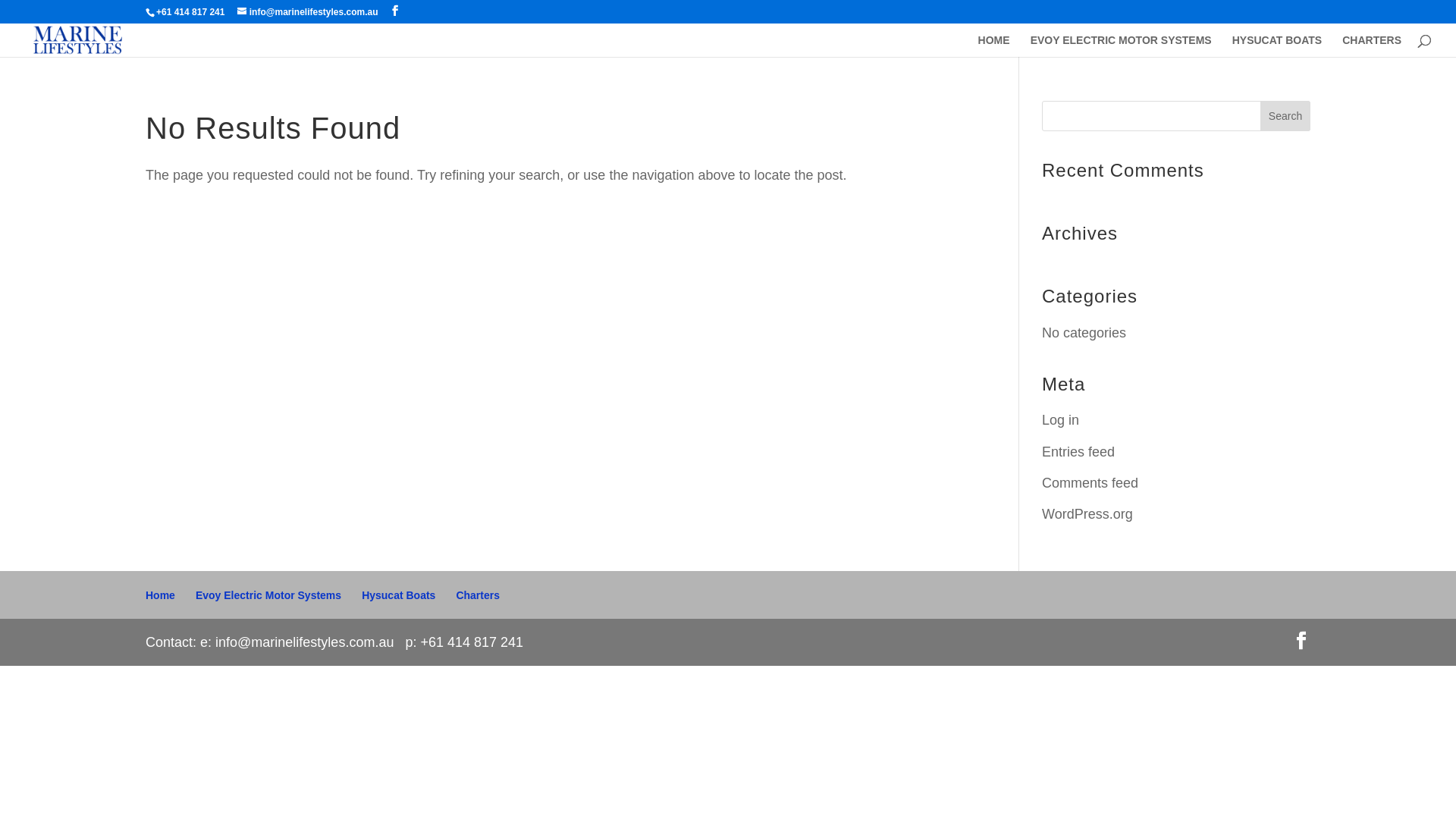 This screenshot has width=1456, height=819. I want to click on 'Log in', so click(1059, 420).